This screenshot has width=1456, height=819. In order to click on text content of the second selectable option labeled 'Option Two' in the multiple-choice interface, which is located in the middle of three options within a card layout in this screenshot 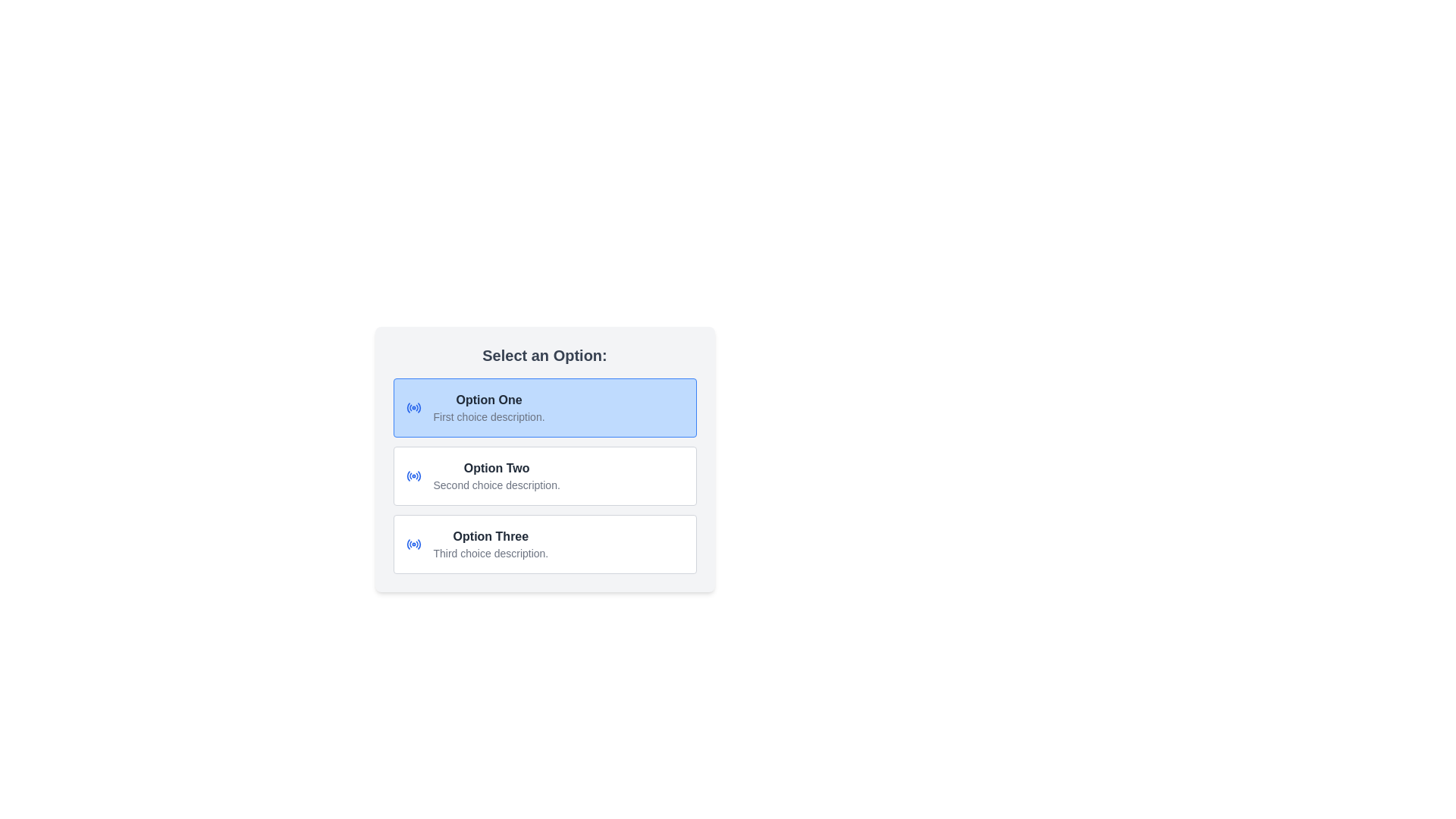, I will do `click(497, 475)`.